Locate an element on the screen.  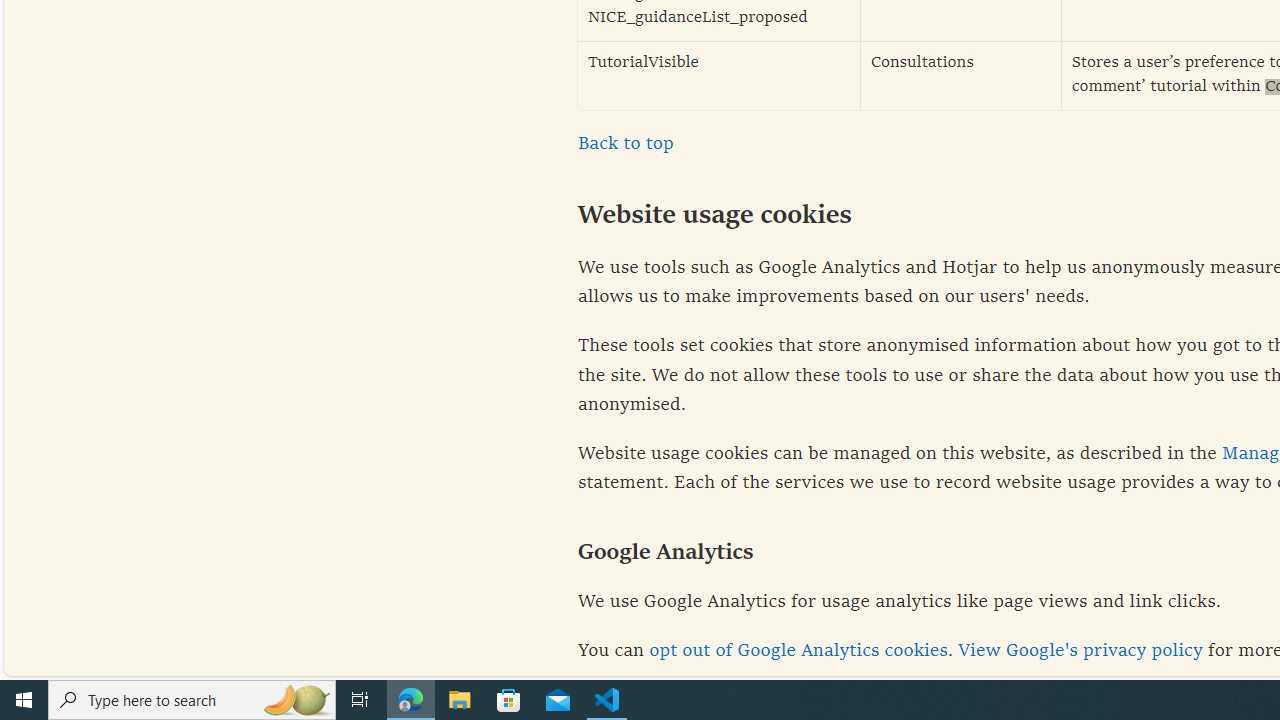
'opt out of Google Analytics cookies' is located at coordinates (797, 651).